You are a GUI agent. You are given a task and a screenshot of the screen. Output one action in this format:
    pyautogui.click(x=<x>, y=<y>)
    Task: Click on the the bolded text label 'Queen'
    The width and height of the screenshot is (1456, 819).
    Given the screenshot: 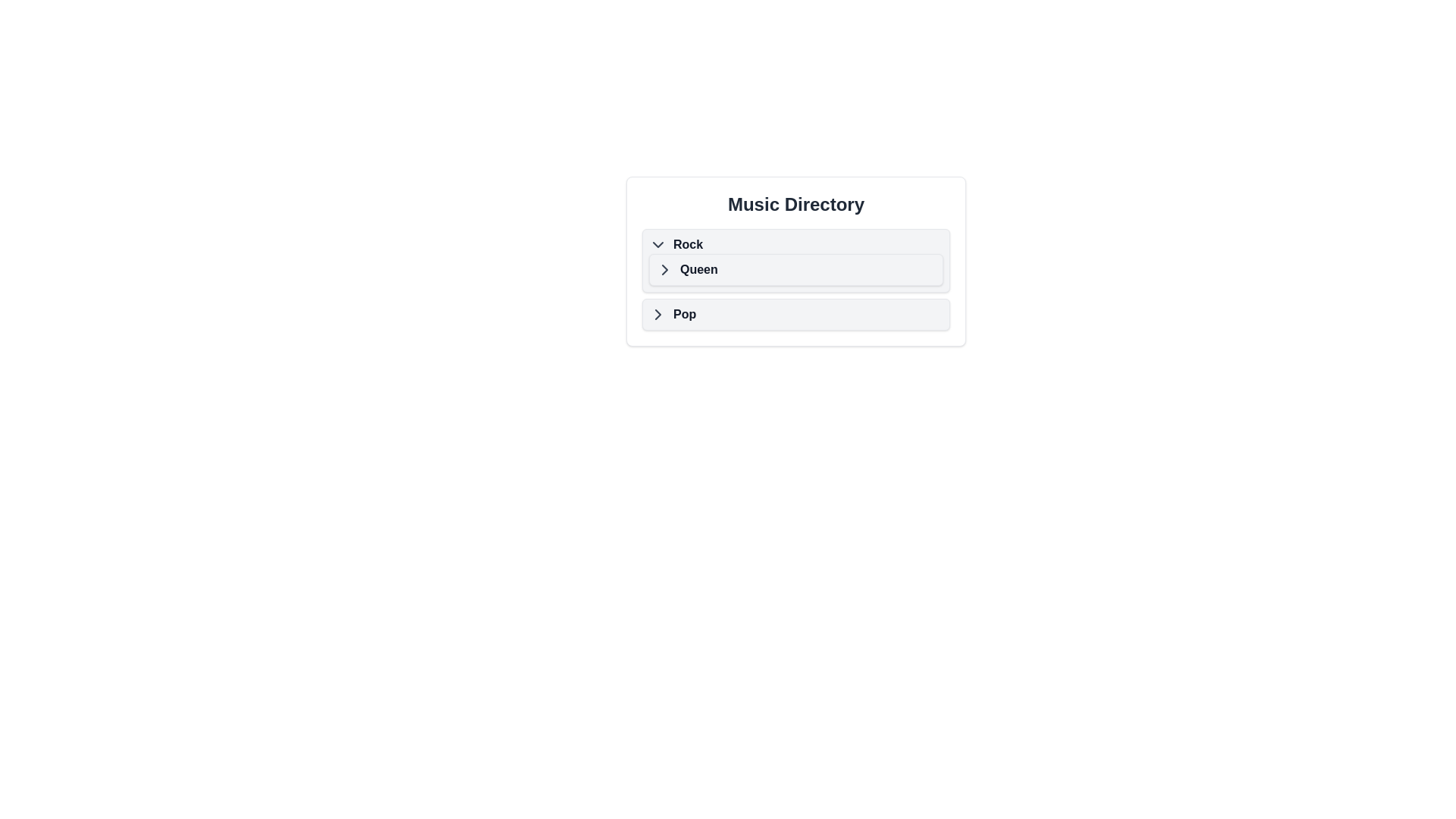 What is the action you would take?
    pyautogui.click(x=698, y=268)
    